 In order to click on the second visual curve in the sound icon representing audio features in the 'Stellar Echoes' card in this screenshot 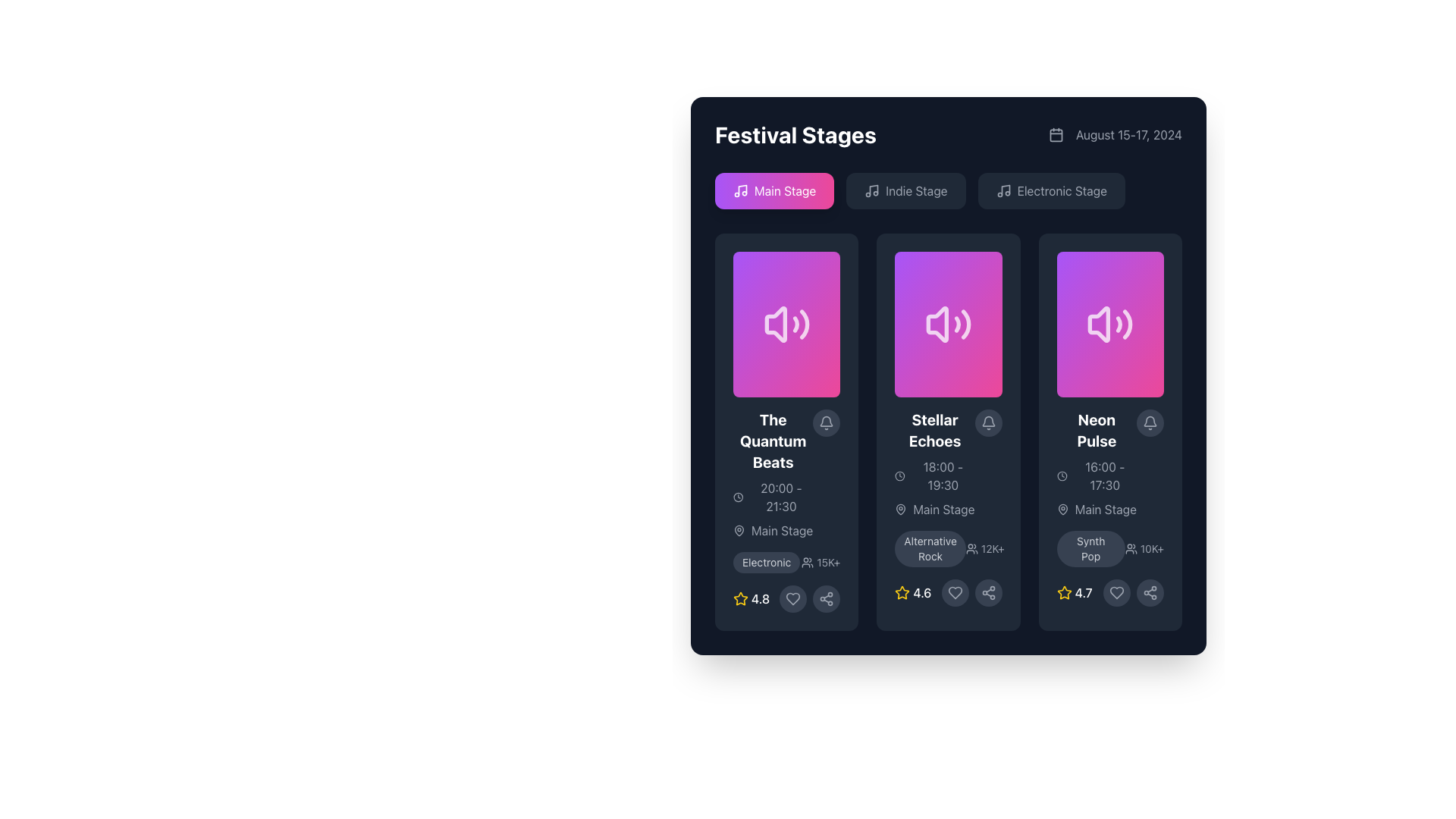, I will do `click(956, 324)`.